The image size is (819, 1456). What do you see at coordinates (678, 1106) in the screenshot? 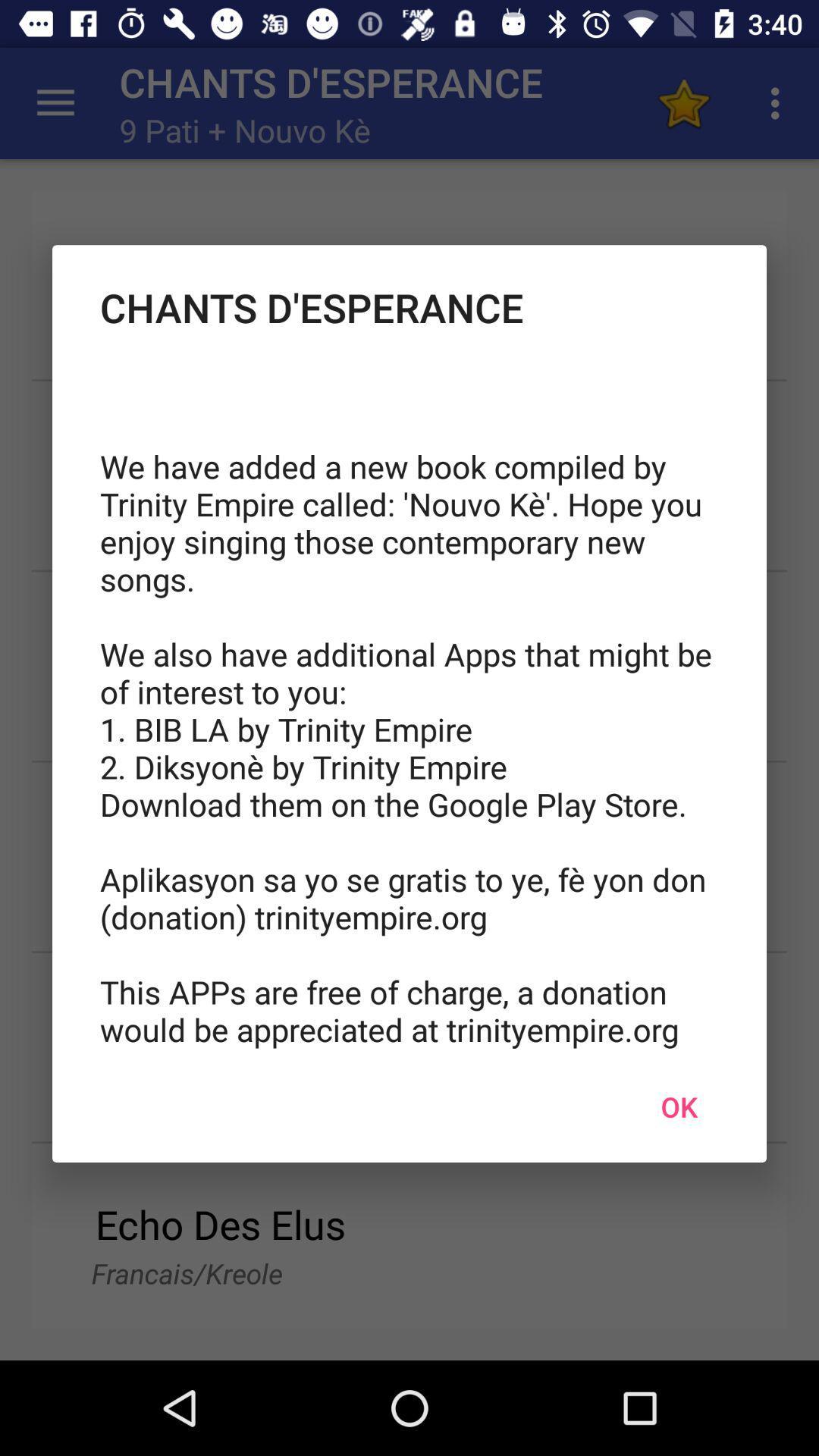
I see `the ok icon` at bounding box center [678, 1106].